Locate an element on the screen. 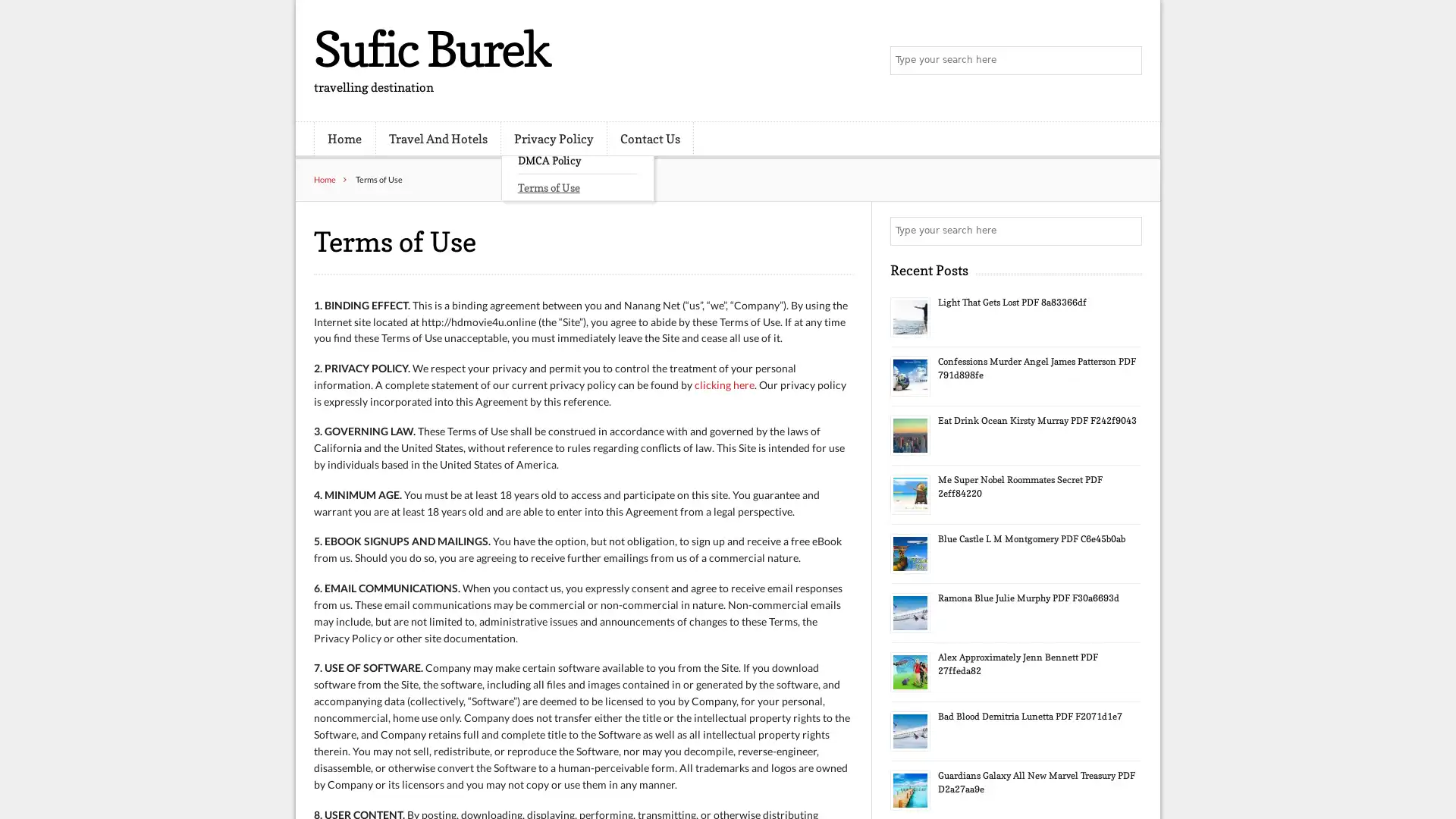 This screenshot has width=1456, height=819. Search is located at coordinates (1126, 61).